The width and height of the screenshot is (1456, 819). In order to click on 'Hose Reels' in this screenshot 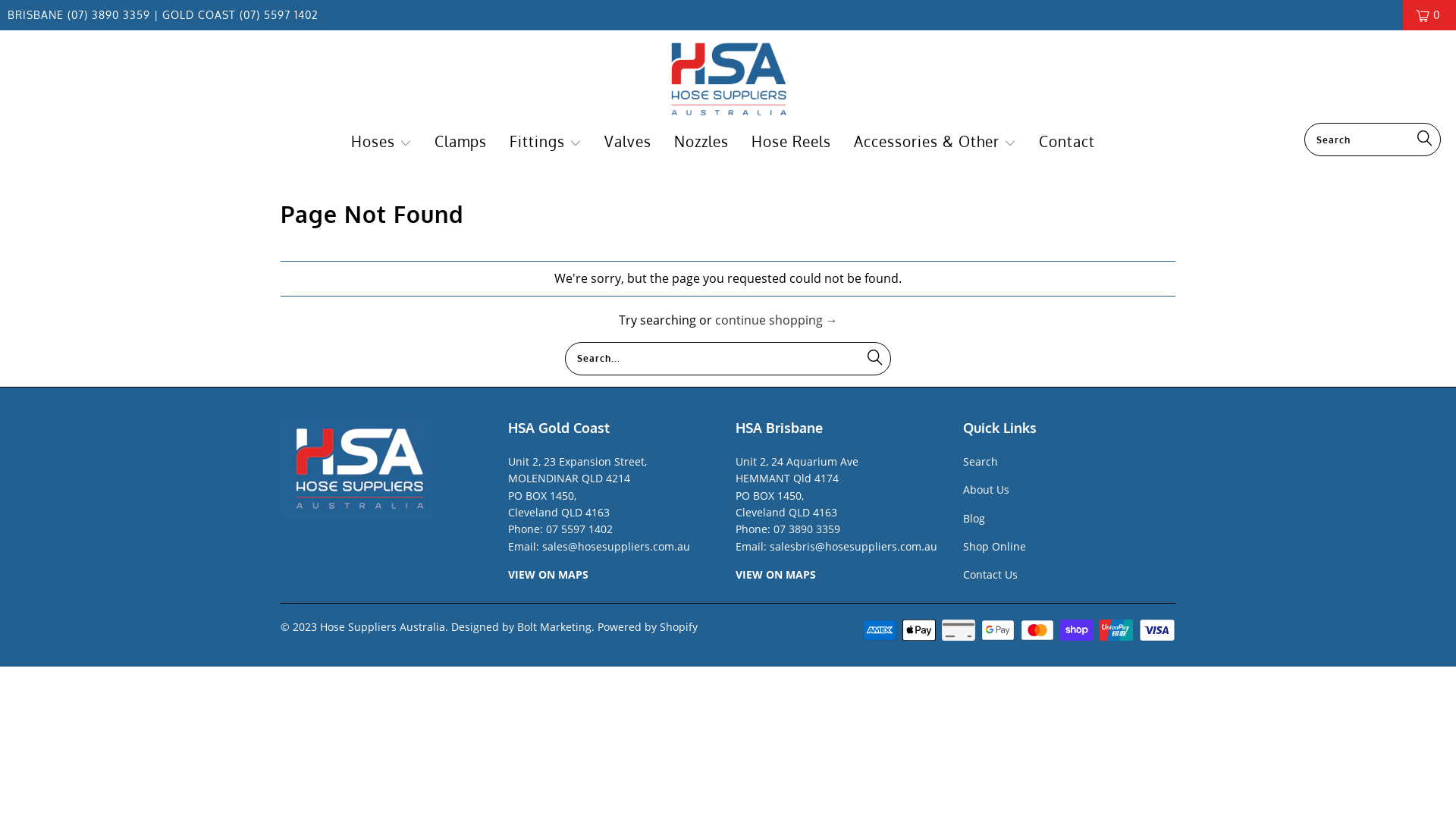, I will do `click(790, 142)`.